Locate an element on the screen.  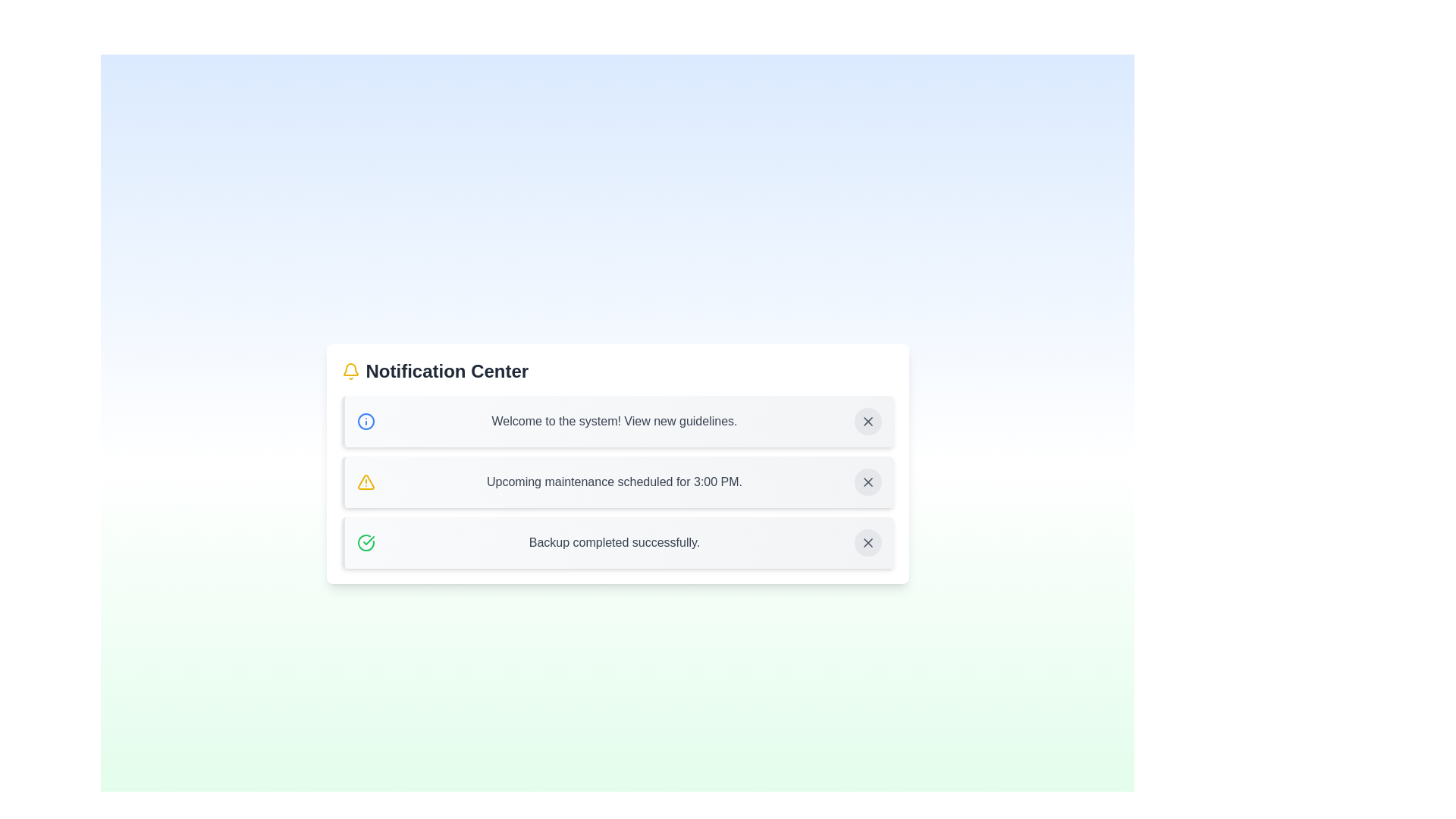
the close button on the right side of the second notification block that states 'Upcoming maintenance scheduled for 3:00 PM' is located at coordinates (868, 482).